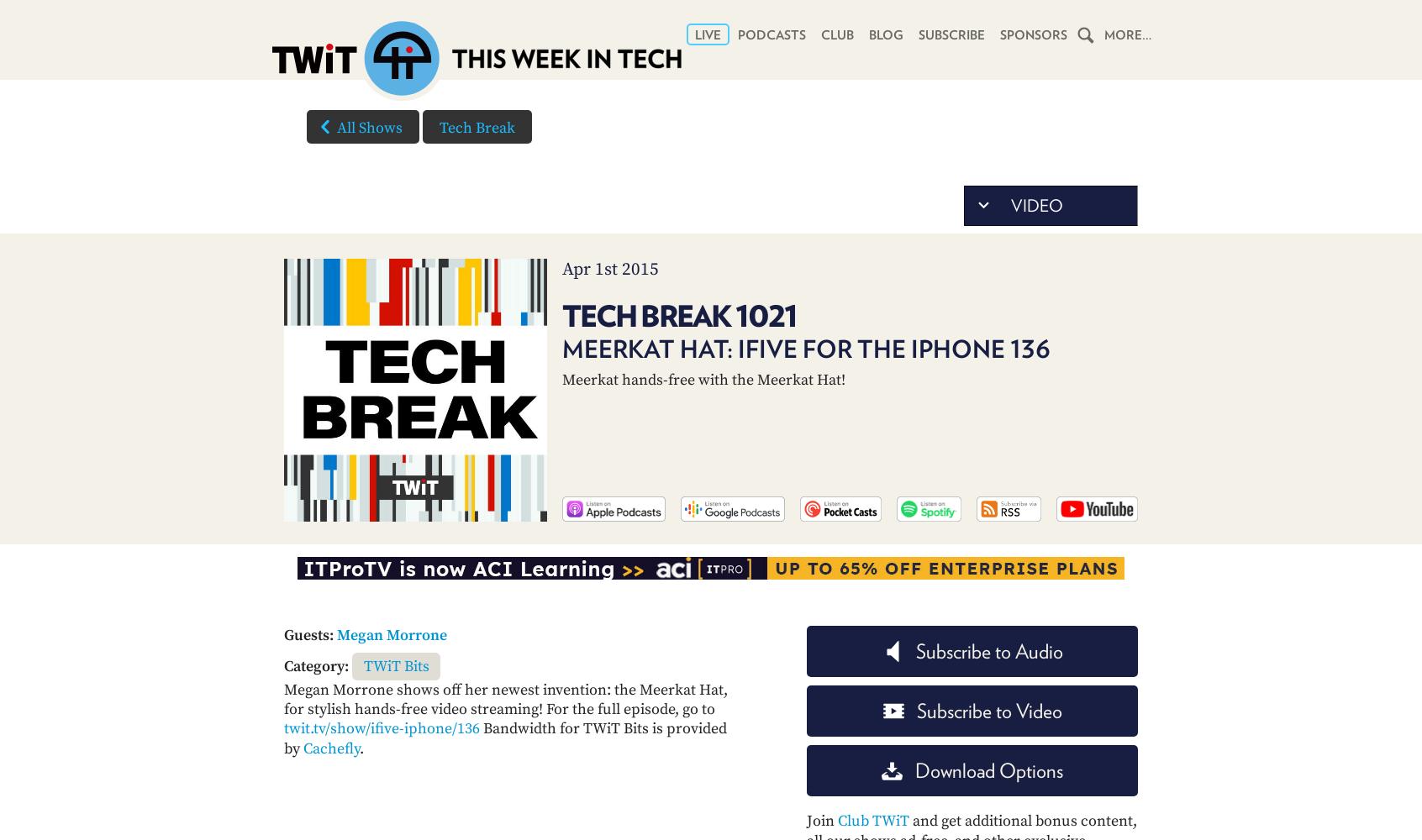 The image size is (1422, 840). I want to click on 'twit.tv/show/ifive-iphone/136', so click(381, 727).